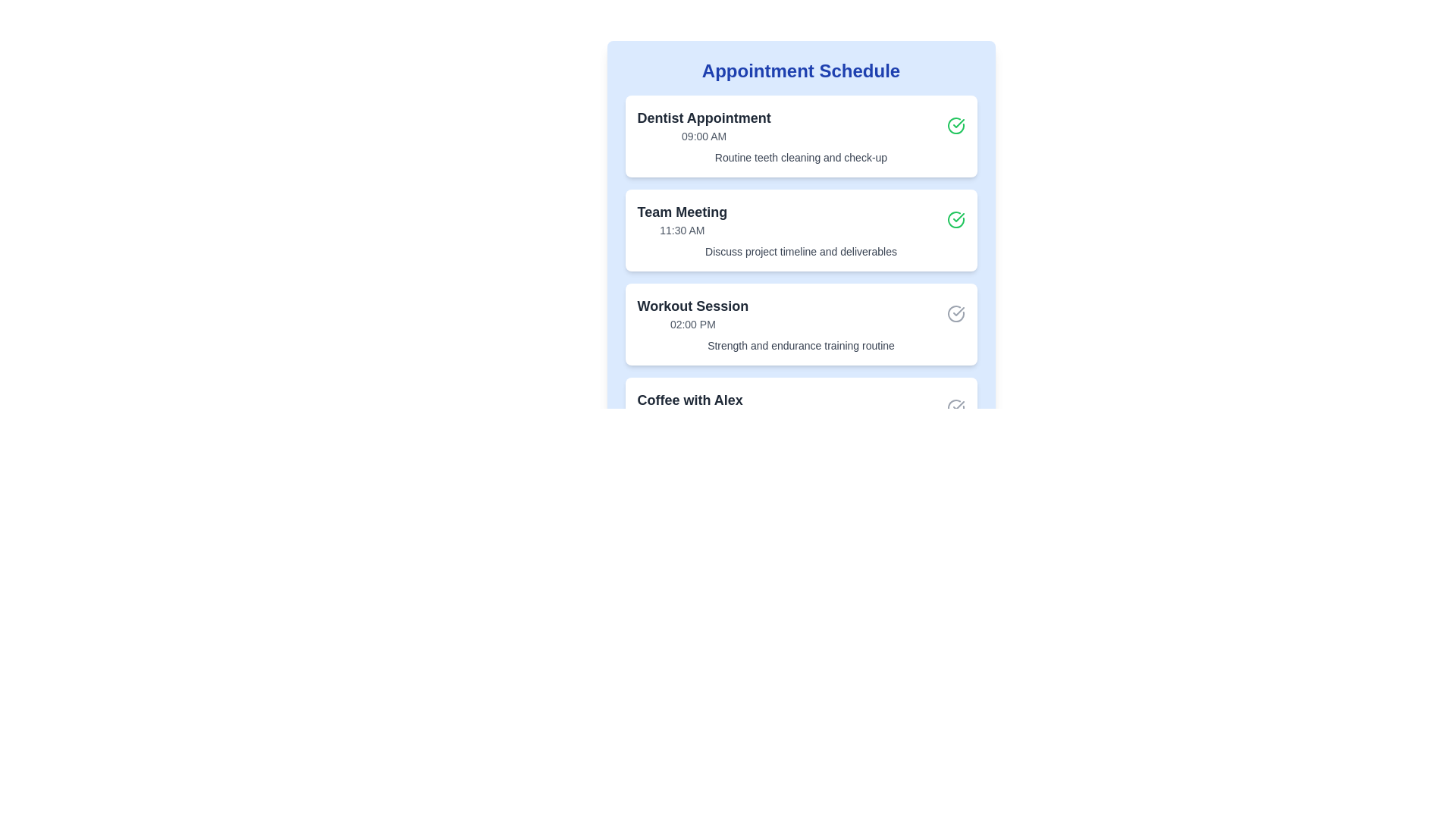 This screenshot has height=819, width=1456. What do you see at coordinates (703, 136) in the screenshot?
I see `the static text label displaying '09:00 AM', which is located directly below the 'Dentist Appointment' label` at bounding box center [703, 136].